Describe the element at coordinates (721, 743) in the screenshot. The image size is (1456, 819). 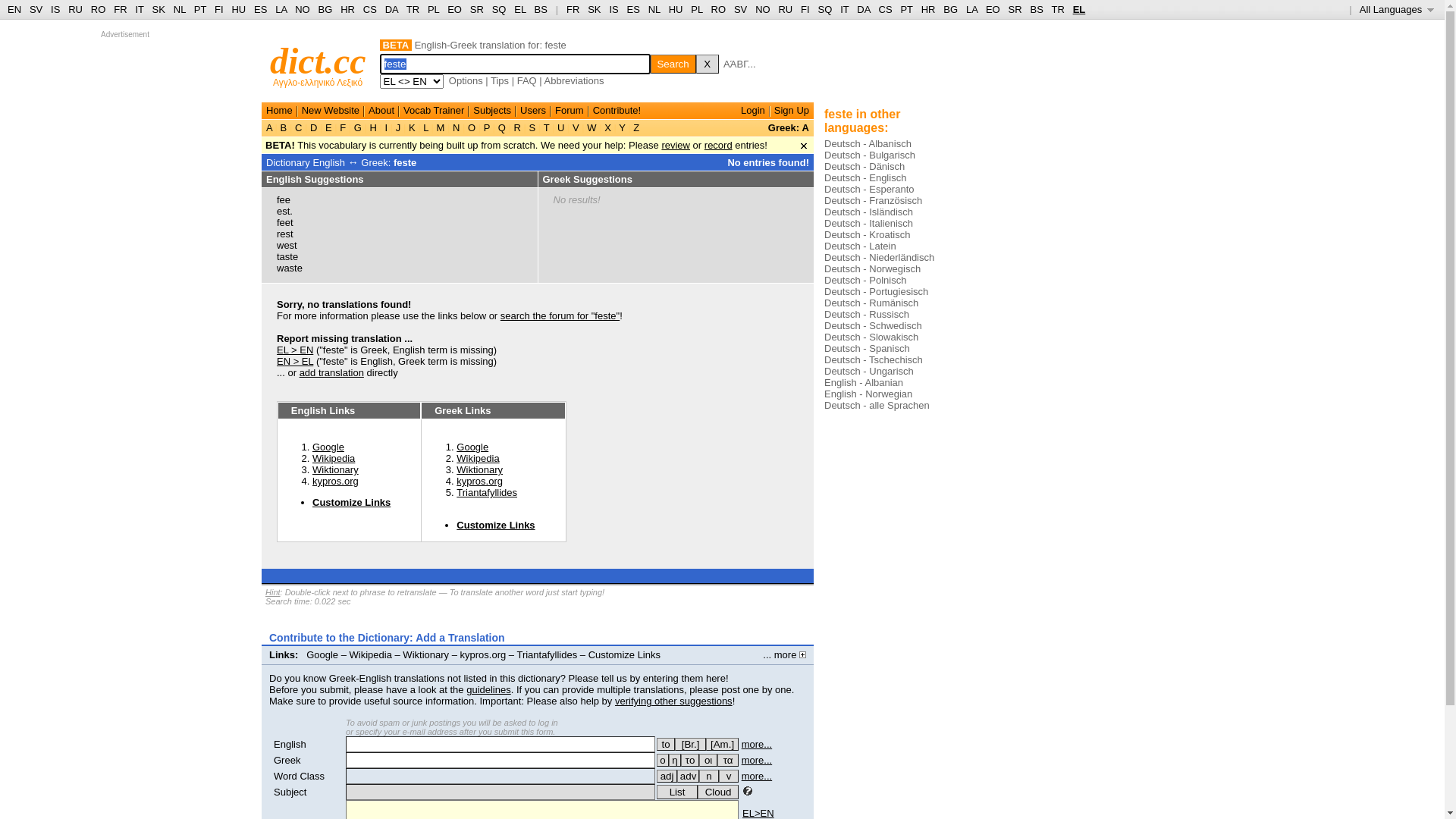
I see `'[Am.]'` at that location.